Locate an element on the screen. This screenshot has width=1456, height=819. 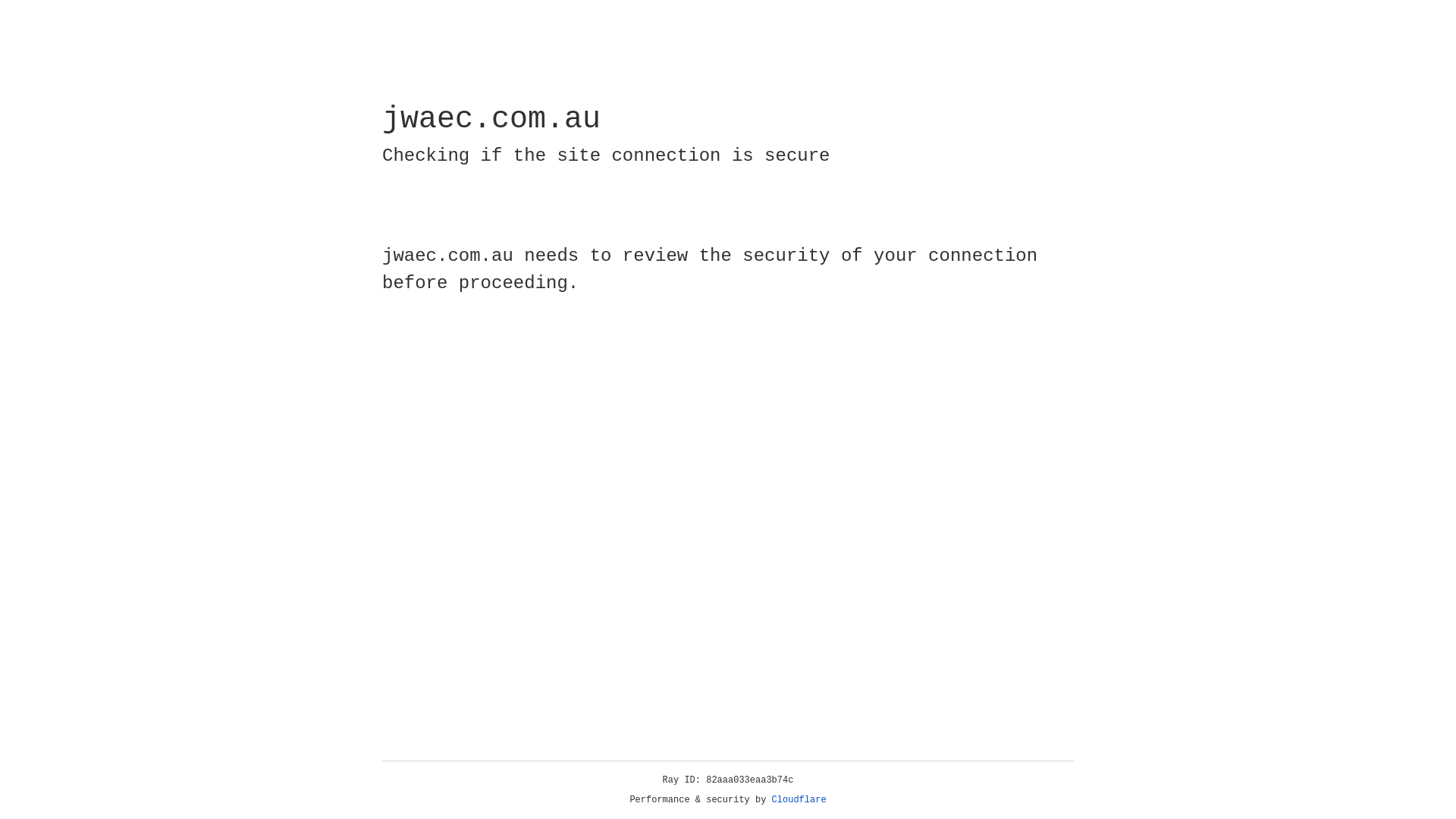
'Cloudflare' is located at coordinates (799, 799).